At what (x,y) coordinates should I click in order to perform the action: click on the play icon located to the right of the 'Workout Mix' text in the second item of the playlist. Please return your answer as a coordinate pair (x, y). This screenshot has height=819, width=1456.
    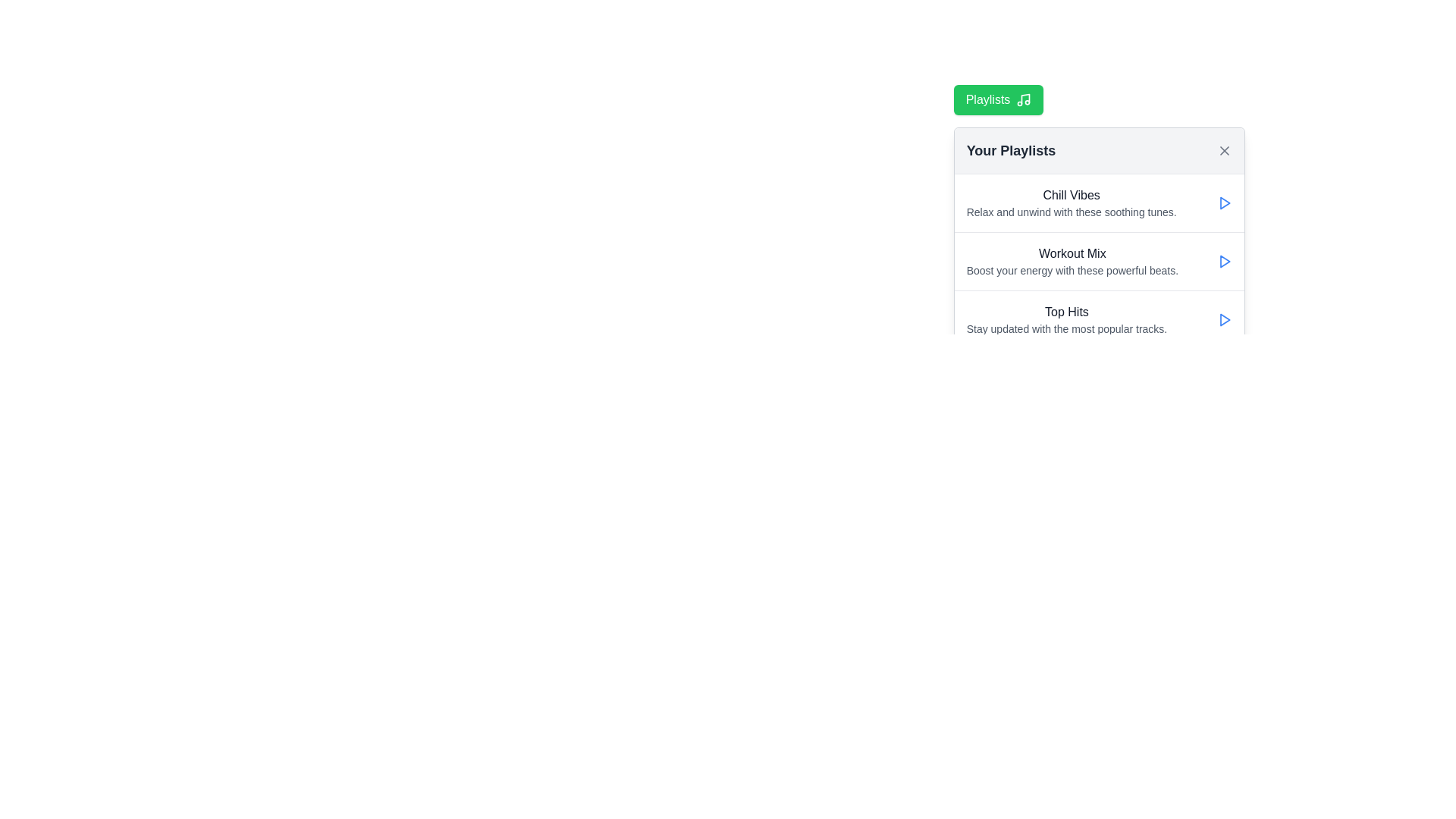
    Looking at the image, I should click on (1224, 260).